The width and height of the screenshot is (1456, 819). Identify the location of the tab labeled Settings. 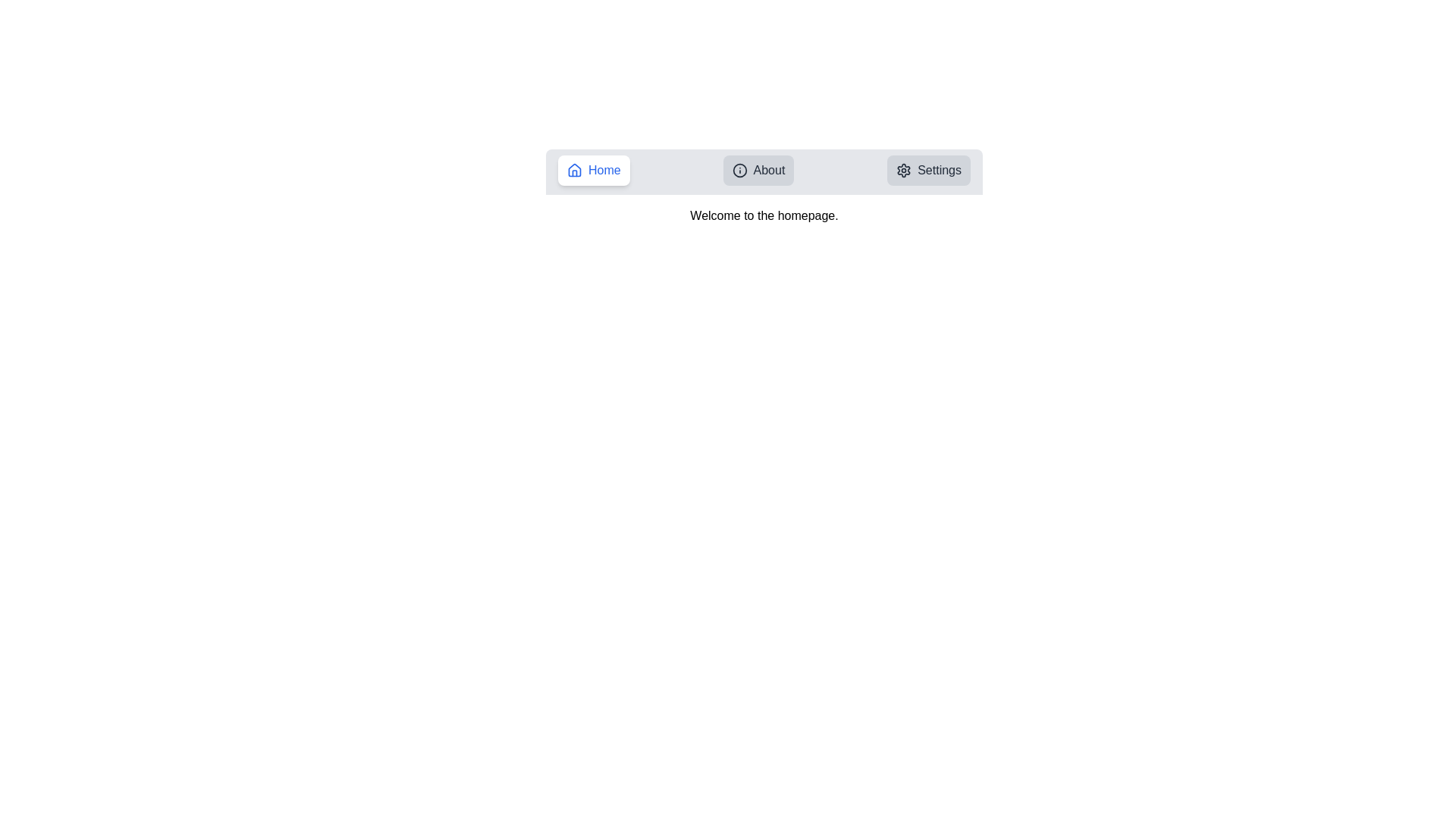
(928, 170).